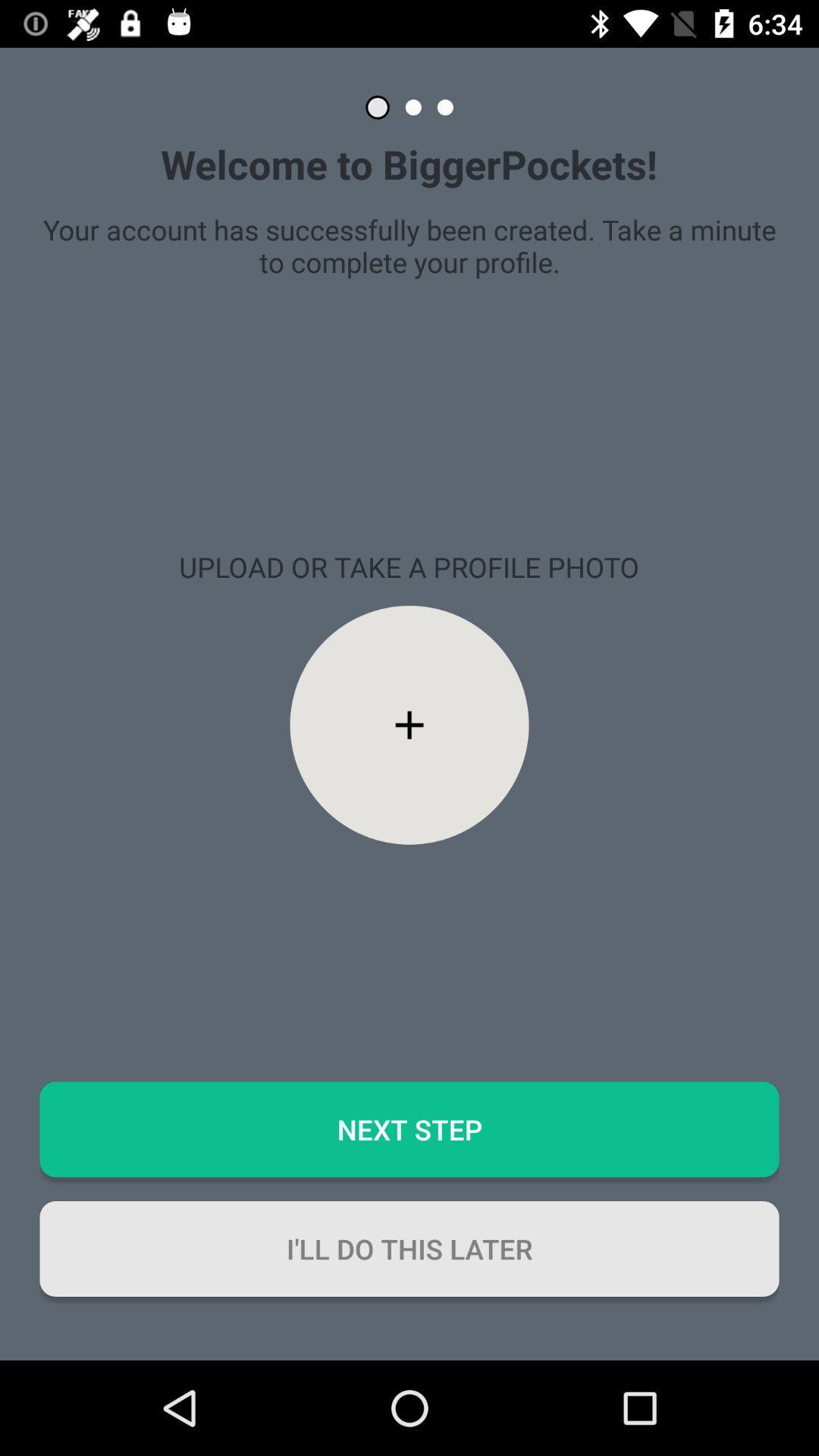 This screenshot has width=819, height=1456. Describe the element at coordinates (409, 724) in the screenshot. I see `the item above the next step` at that location.